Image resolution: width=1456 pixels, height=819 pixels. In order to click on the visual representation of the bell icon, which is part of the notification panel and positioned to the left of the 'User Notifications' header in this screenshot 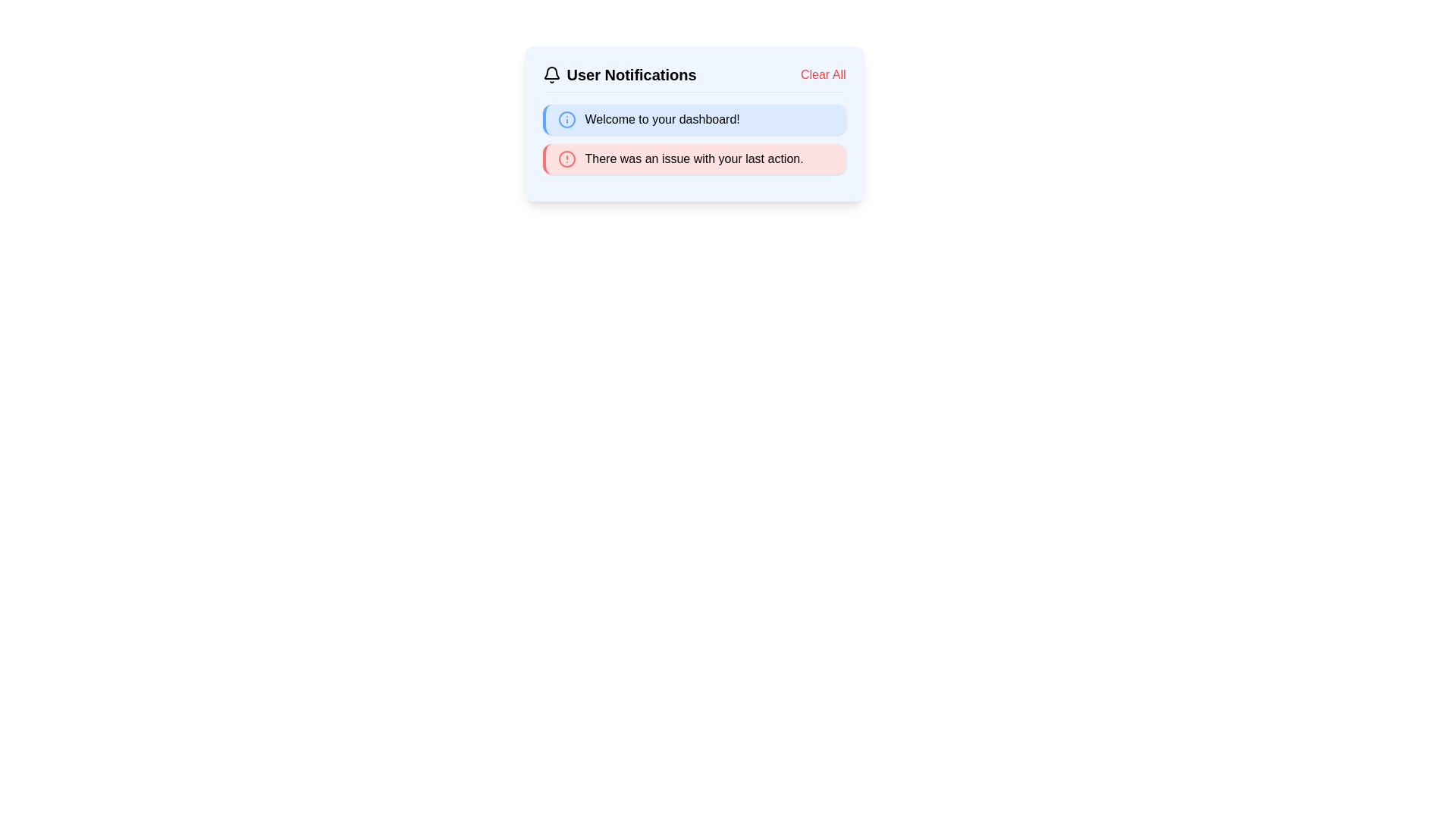, I will do `click(551, 73)`.